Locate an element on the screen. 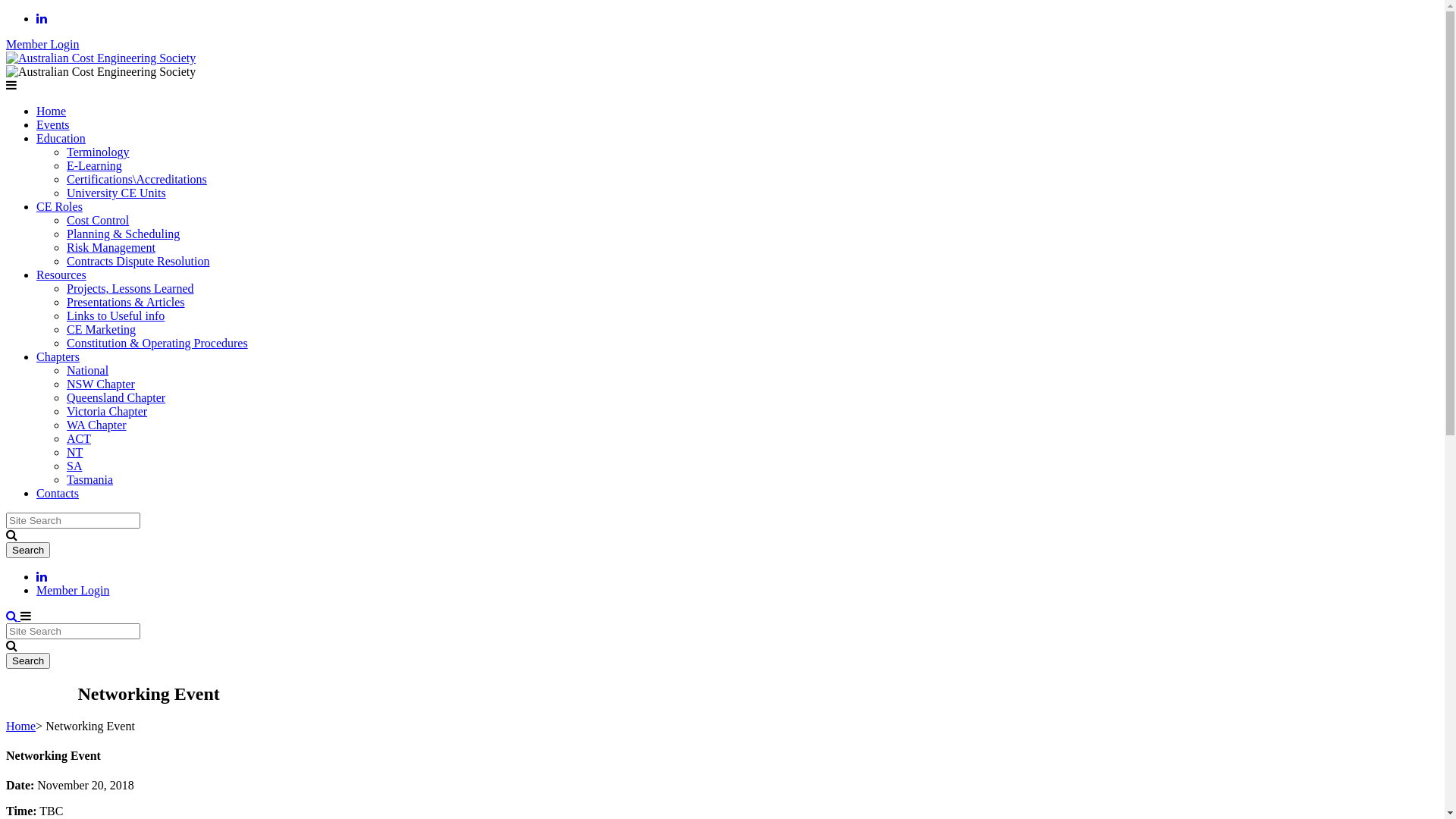 Image resolution: width=1456 pixels, height=819 pixels. 'Planning & Scheduling' is located at coordinates (123, 234).